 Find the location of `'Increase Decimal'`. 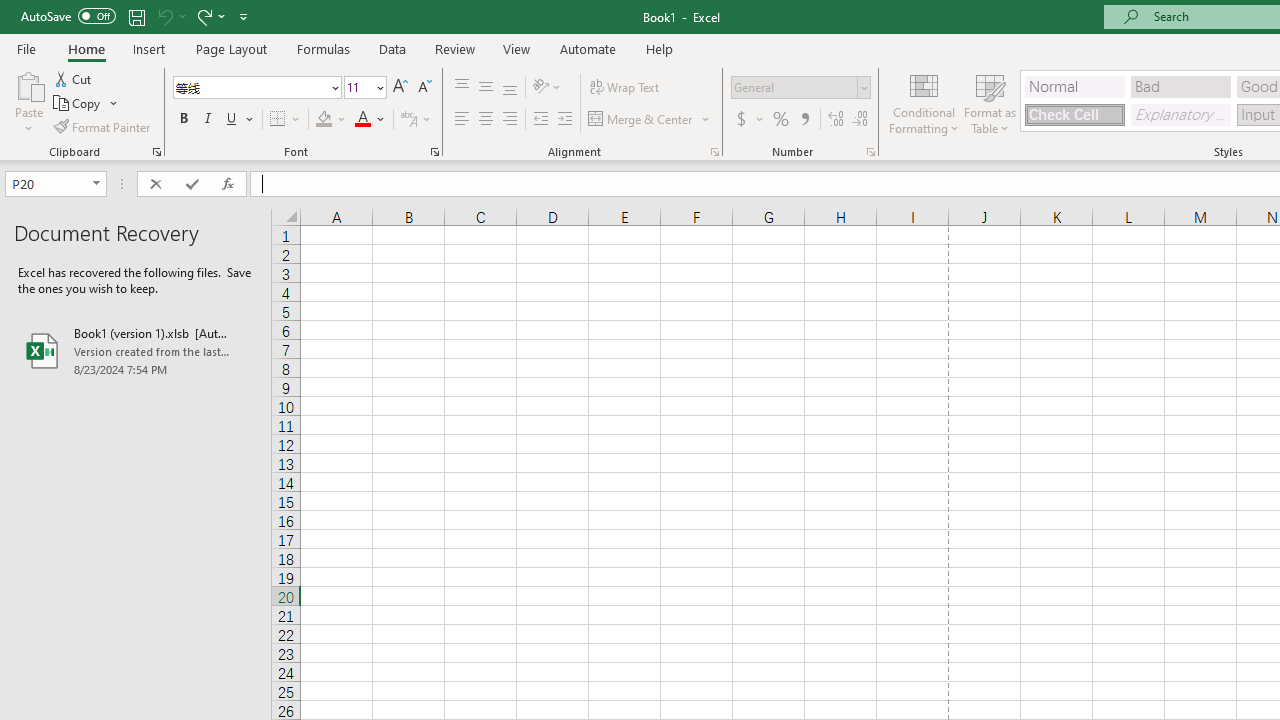

'Increase Decimal' is located at coordinates (836, 119).